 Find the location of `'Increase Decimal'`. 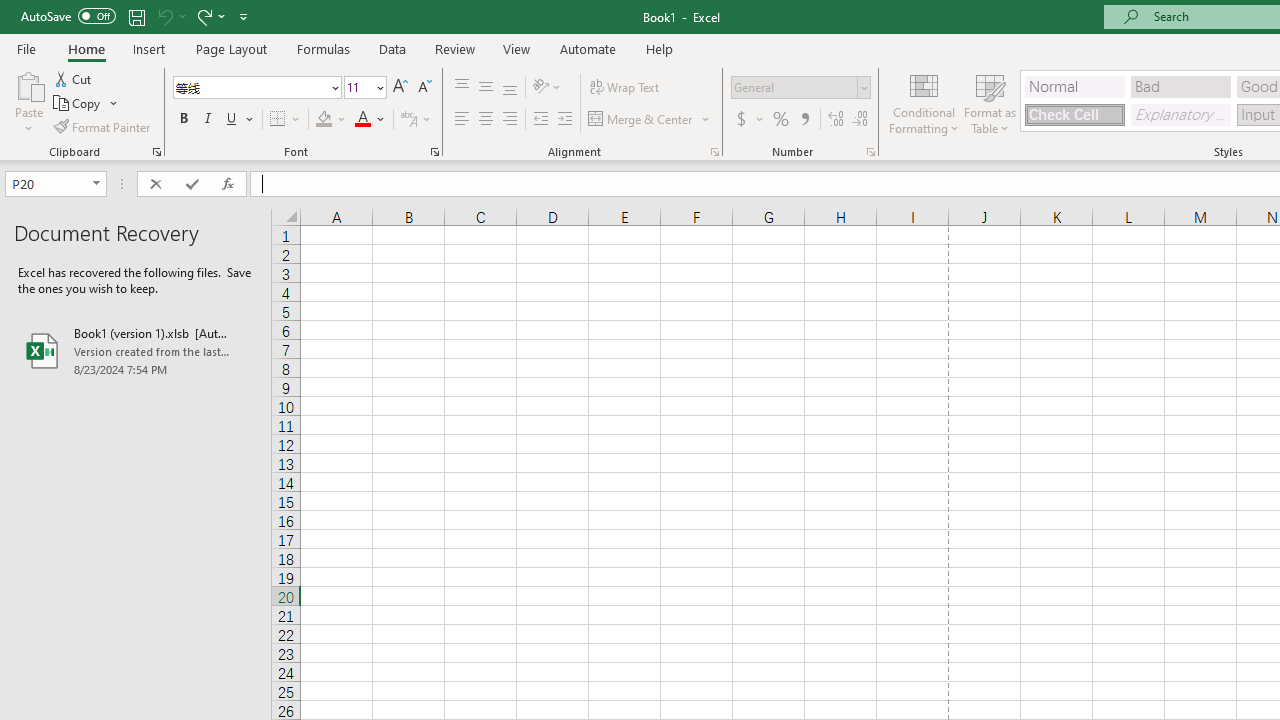

'Increase Decimal' is located at coordinates (836, 119).